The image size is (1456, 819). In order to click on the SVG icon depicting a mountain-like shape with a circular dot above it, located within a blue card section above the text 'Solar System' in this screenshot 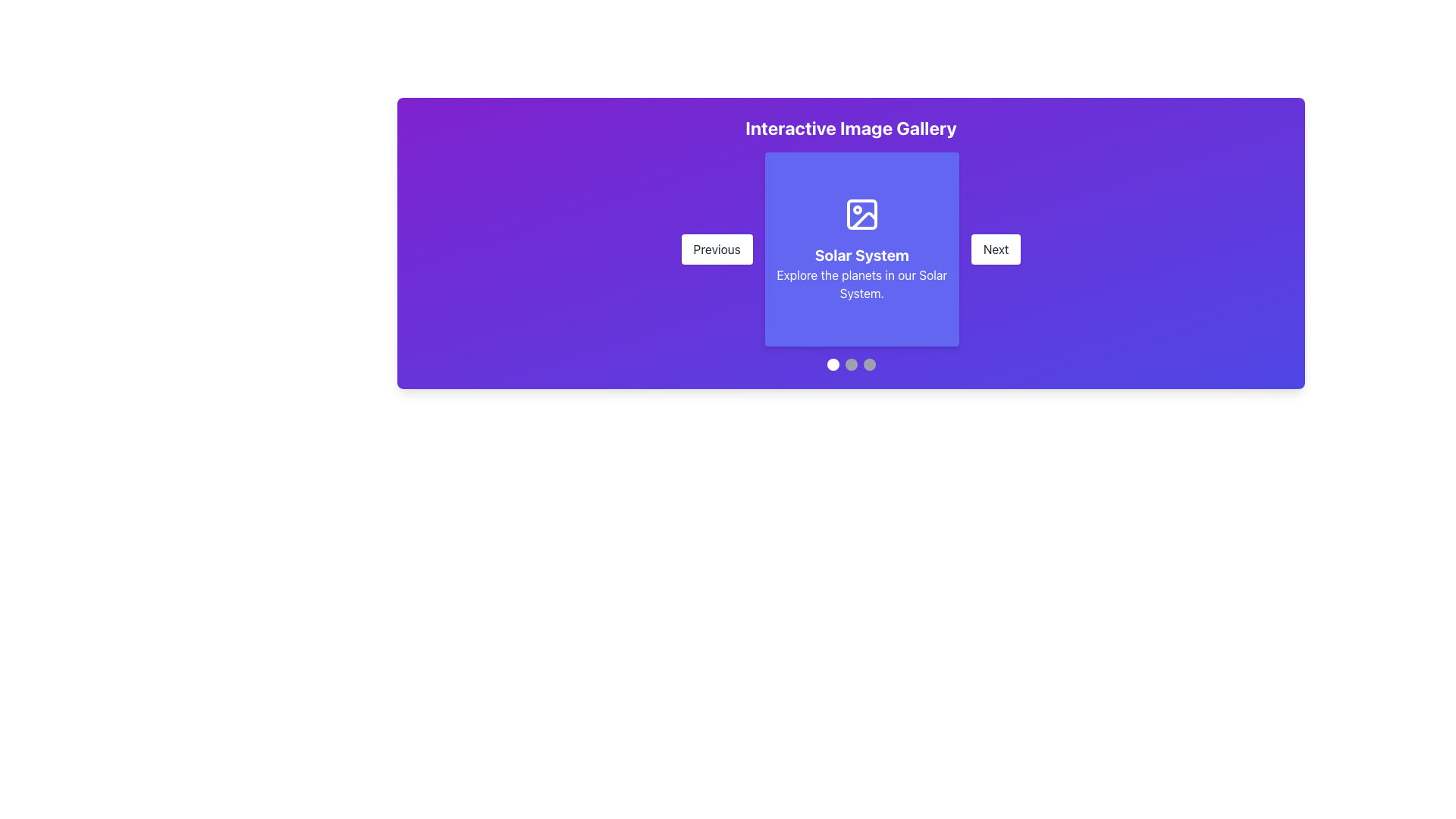, I will do `click(861, 214)`.